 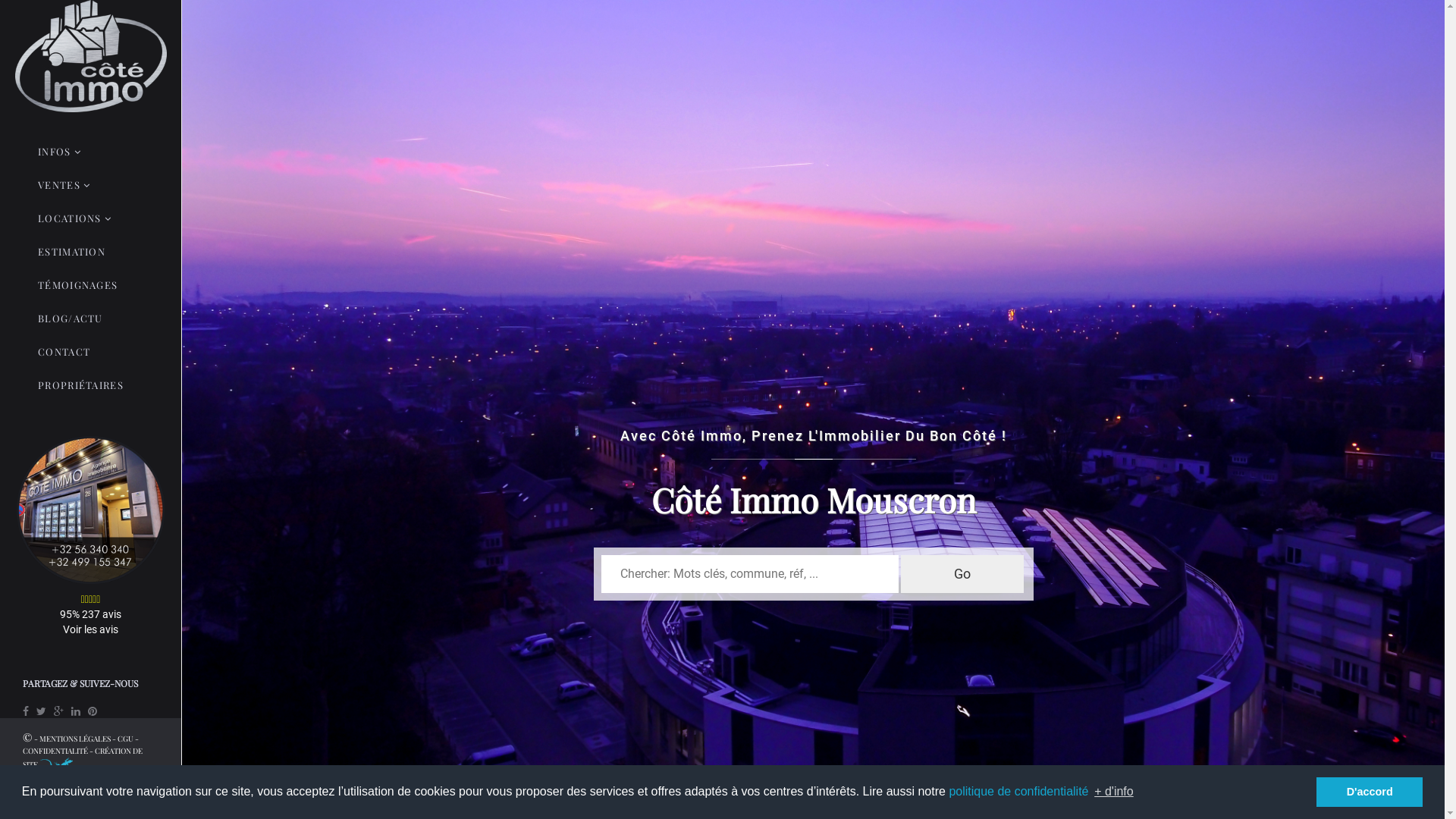 I want to click on 'Go', so click(x=961, y=573).